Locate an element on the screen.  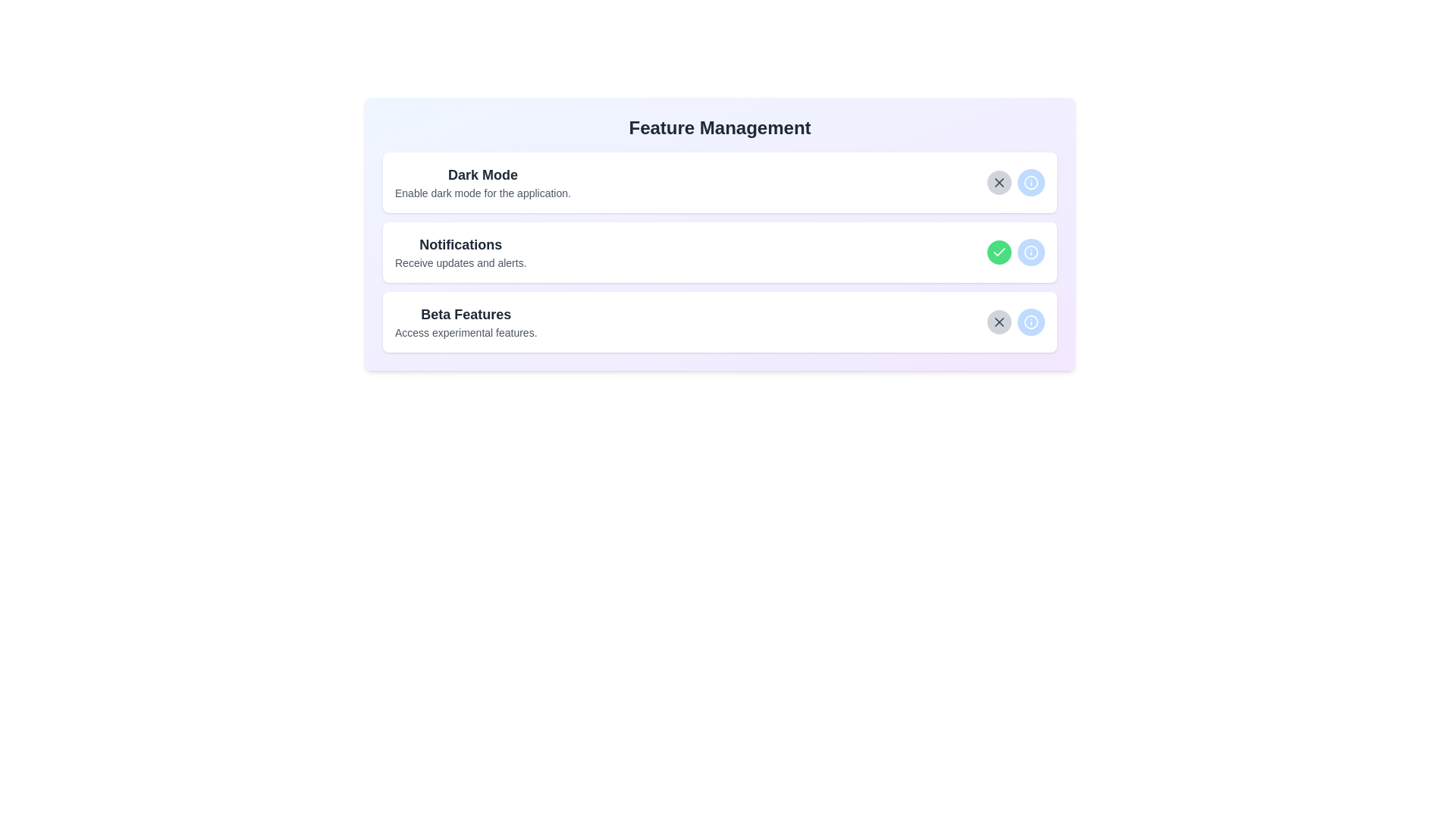
the info button for the feature Beta Features is located at coordinates (1031, 321).